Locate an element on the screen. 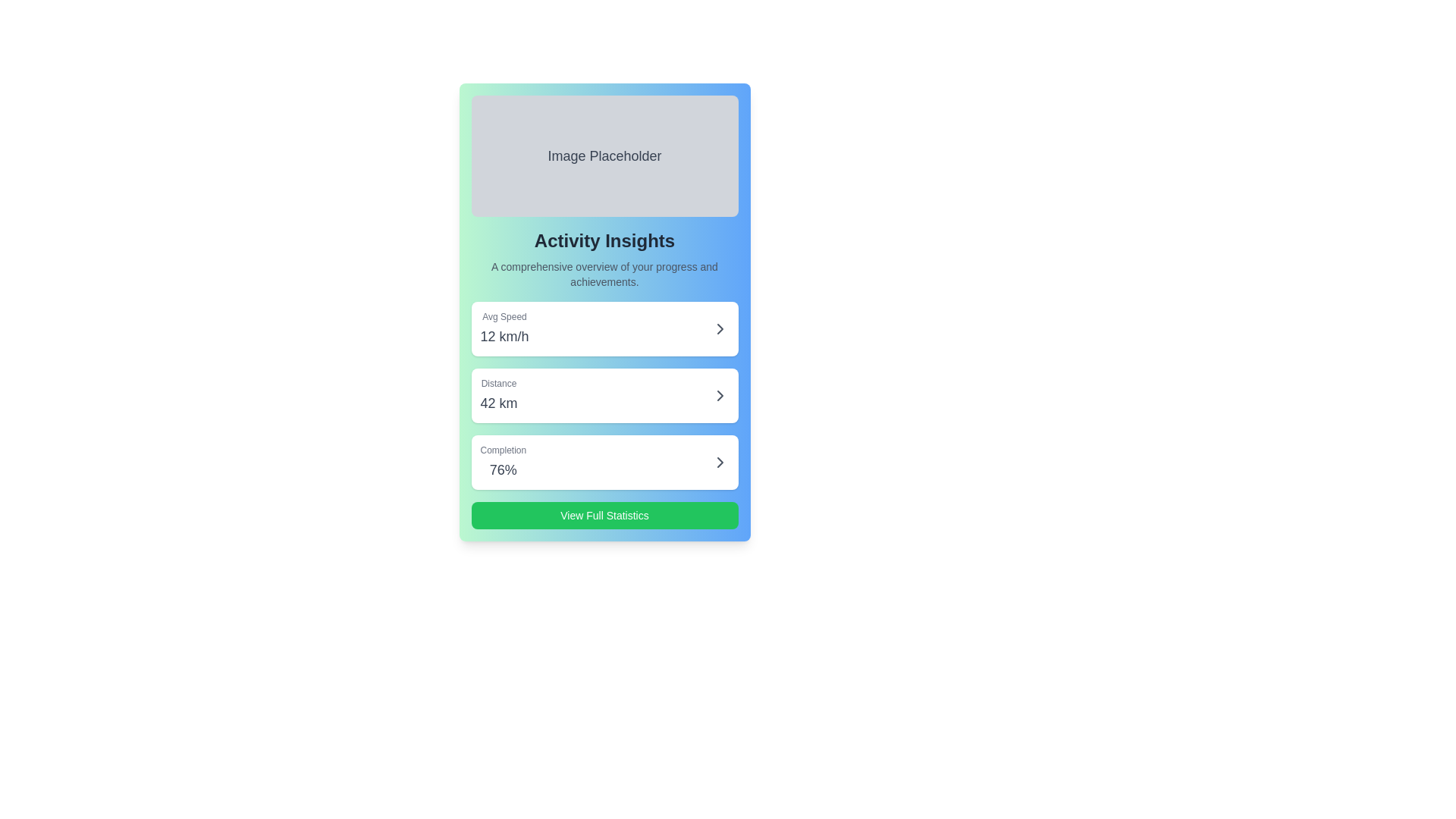 Image resolution: width=1456 pixels, height=819 pixels. the right-pointing chevron icon in the 'Completion' section is located at coordinates (719, 461).